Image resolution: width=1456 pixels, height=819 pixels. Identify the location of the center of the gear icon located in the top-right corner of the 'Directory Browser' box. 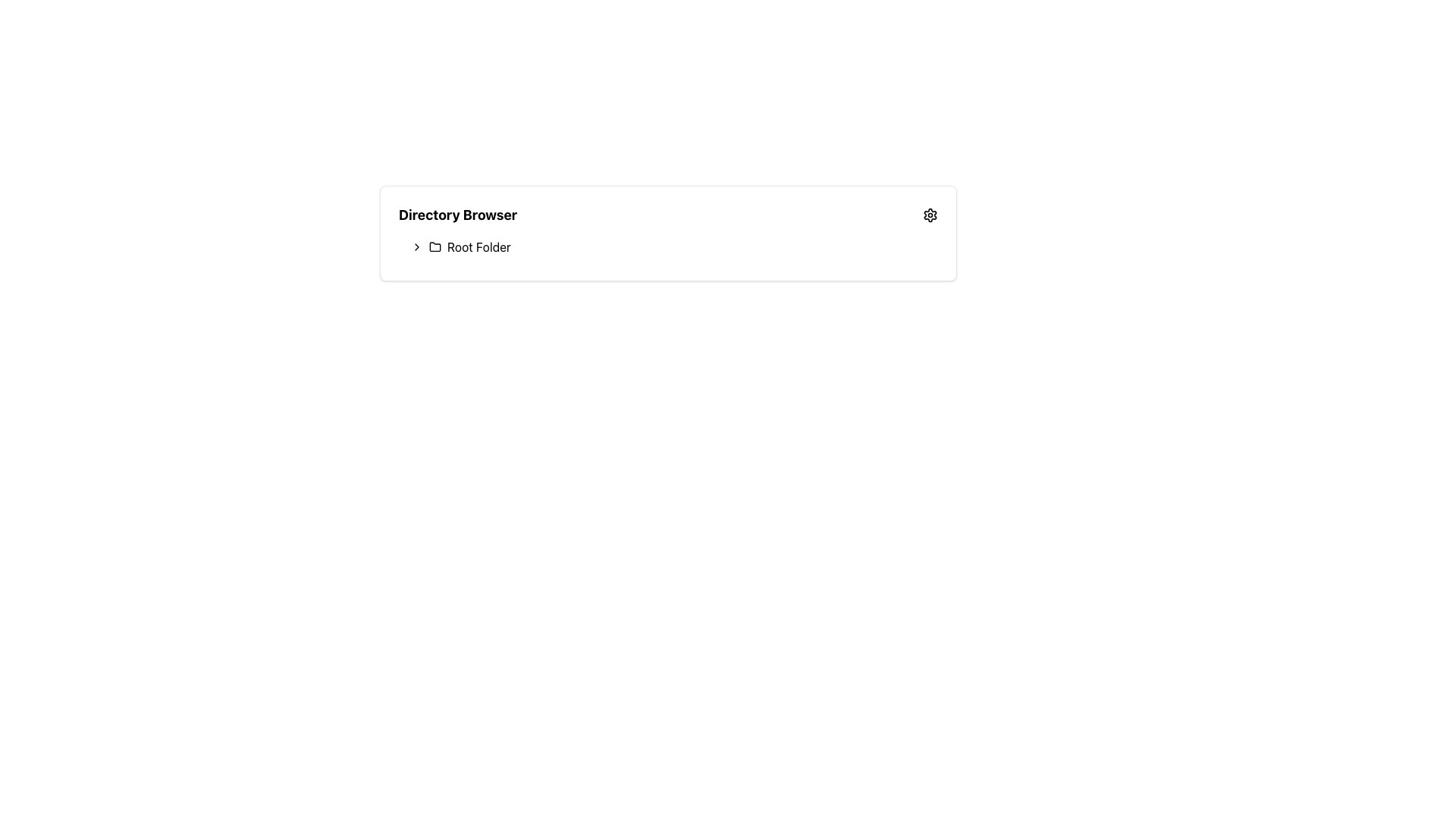
(930, 215).